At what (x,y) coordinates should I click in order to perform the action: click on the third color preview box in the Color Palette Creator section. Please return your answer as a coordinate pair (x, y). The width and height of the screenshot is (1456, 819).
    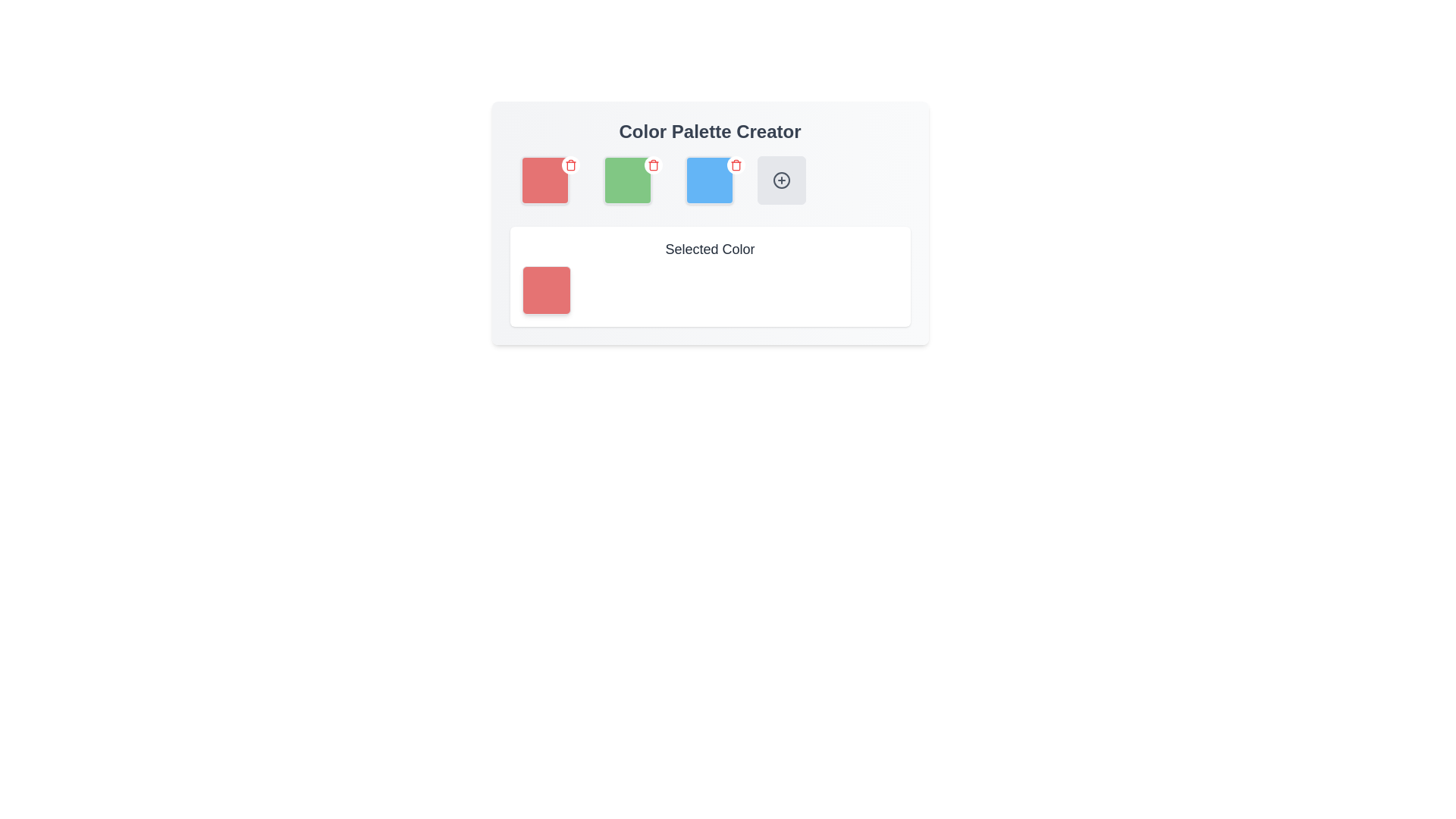
    Looking at the image, I should click on (709, 181).